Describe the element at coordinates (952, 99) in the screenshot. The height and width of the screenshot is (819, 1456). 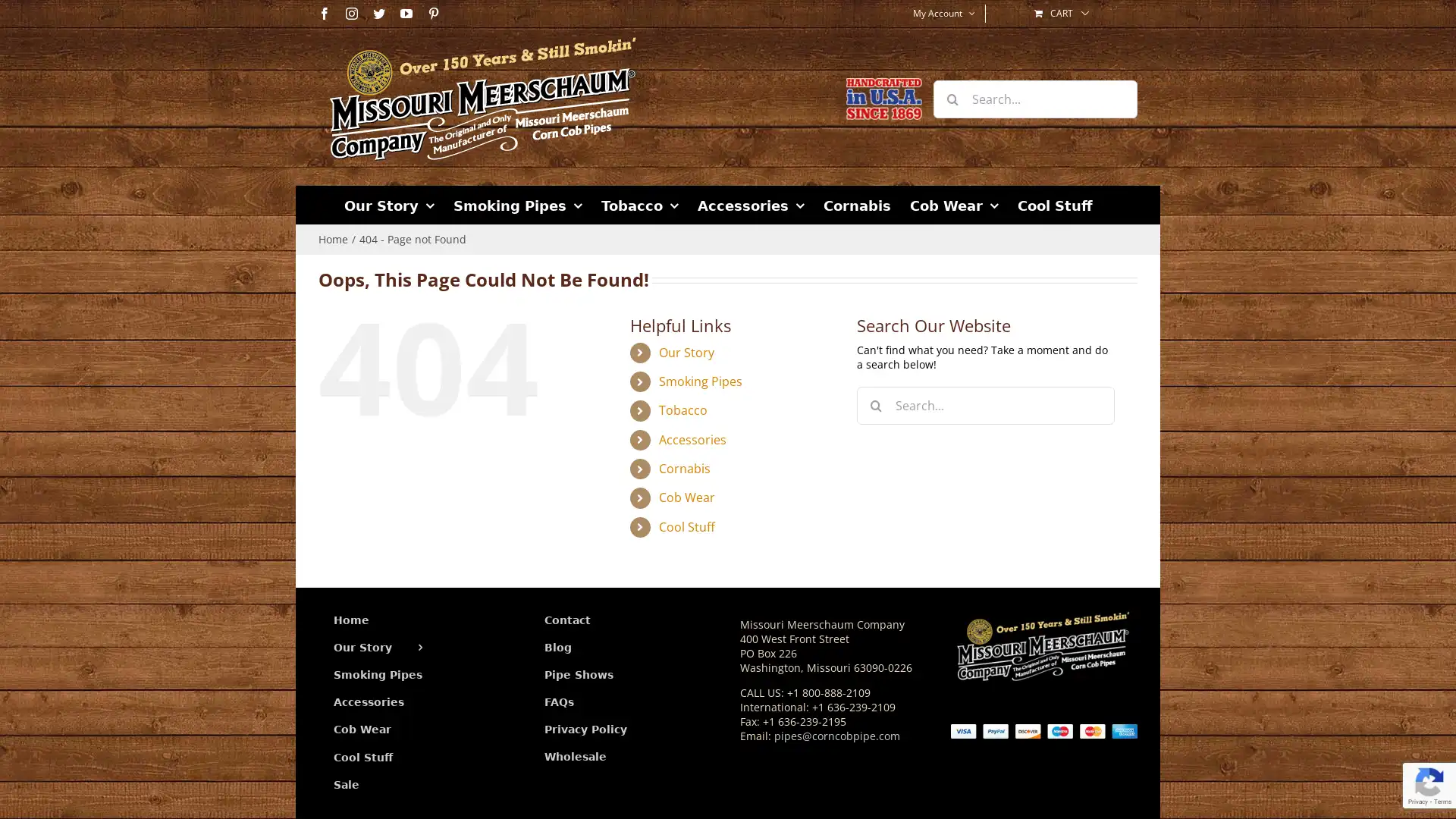
I see `Search` at that location.